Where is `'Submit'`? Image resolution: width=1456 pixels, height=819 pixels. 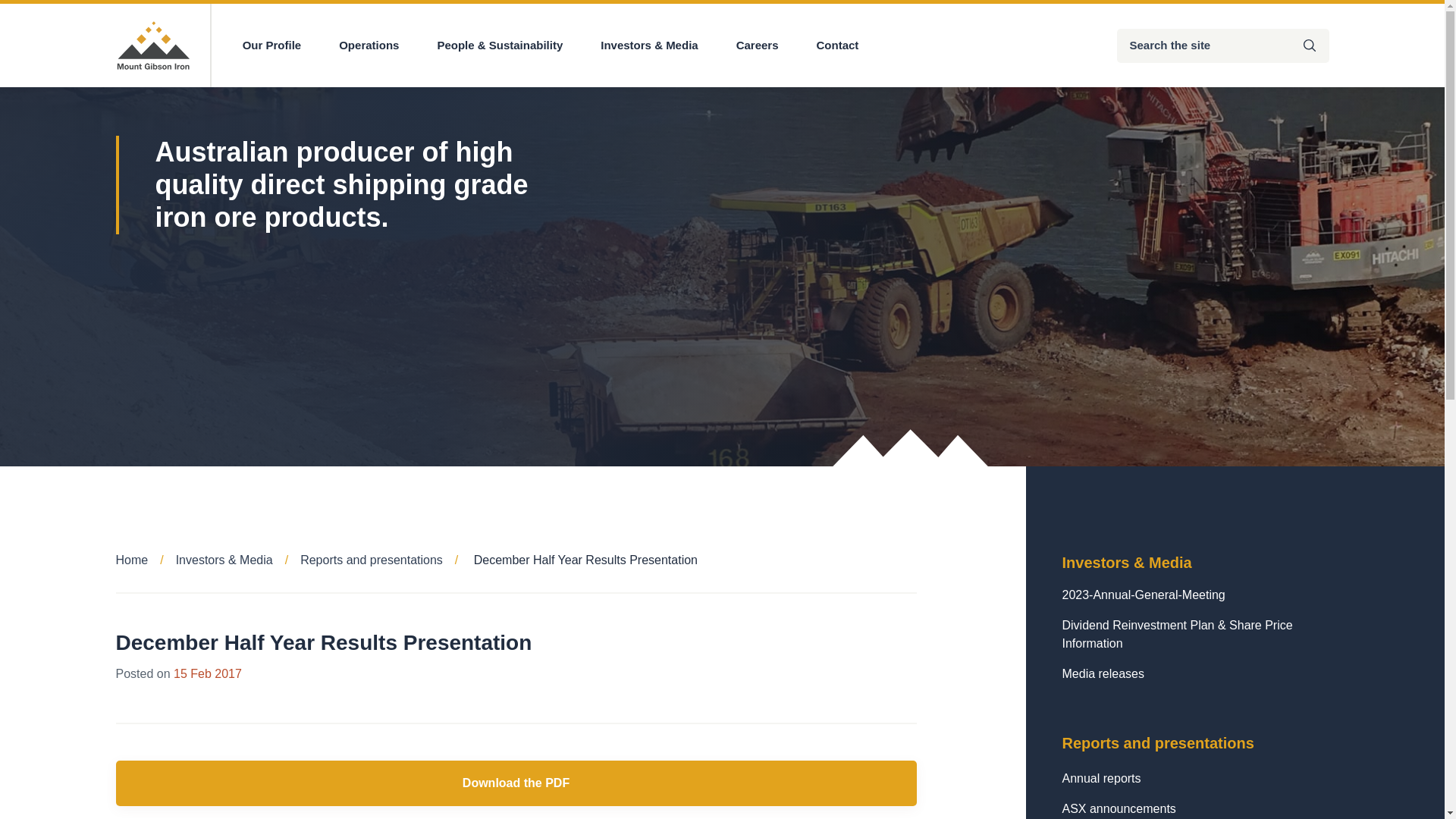
'Submit' is located at coordinates (1290, 45).